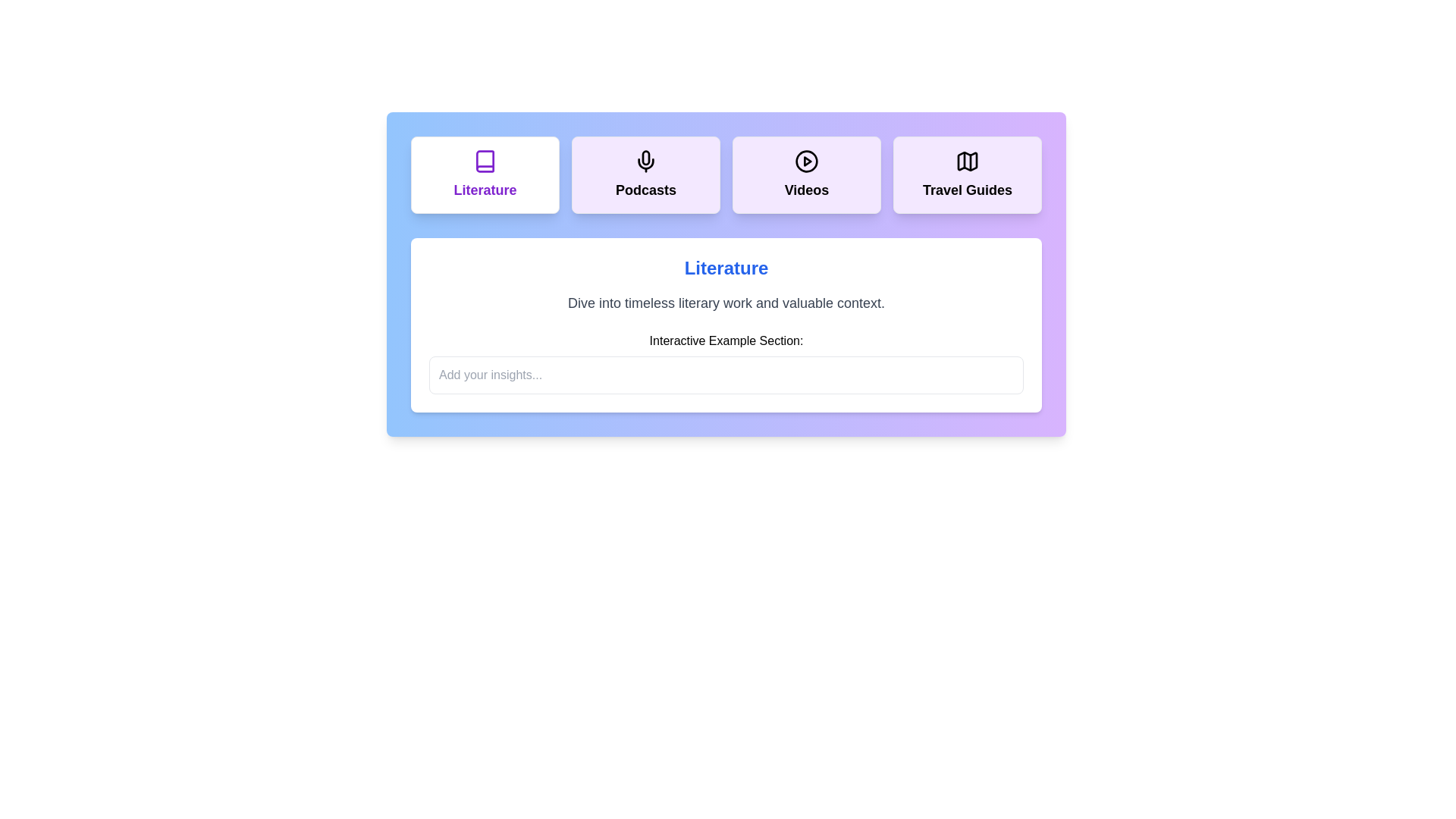  What do you see at coordinates (967, 174) in the screenshot?
I see `the tab titled 'Travel Guides'` at bounding box center [967, 174].